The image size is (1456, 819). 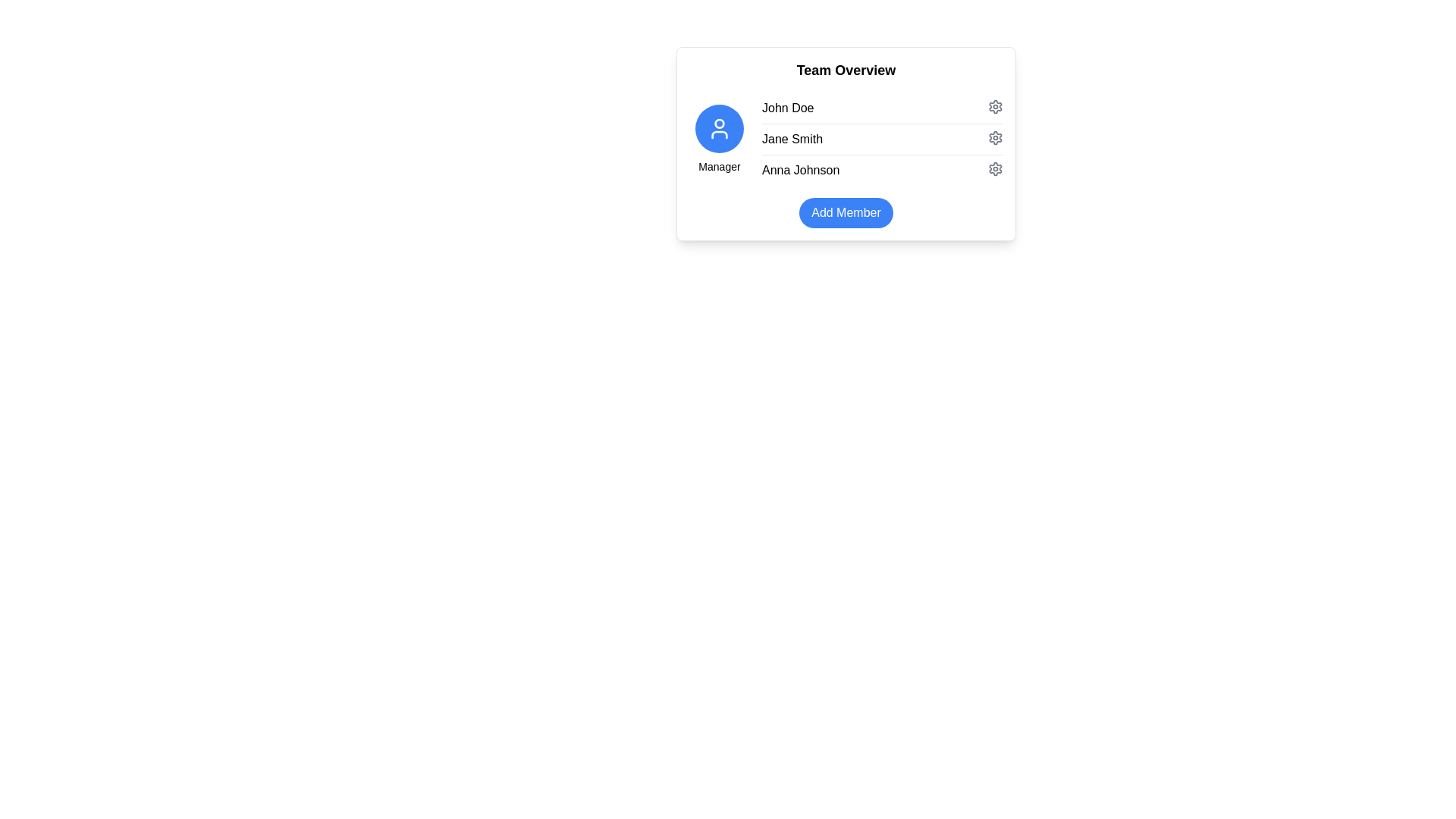 What do you see at coordinates (996, 137) in the screenshot?
I see `the second gear icon in the rightmost column` at bounding box center [996, 137].